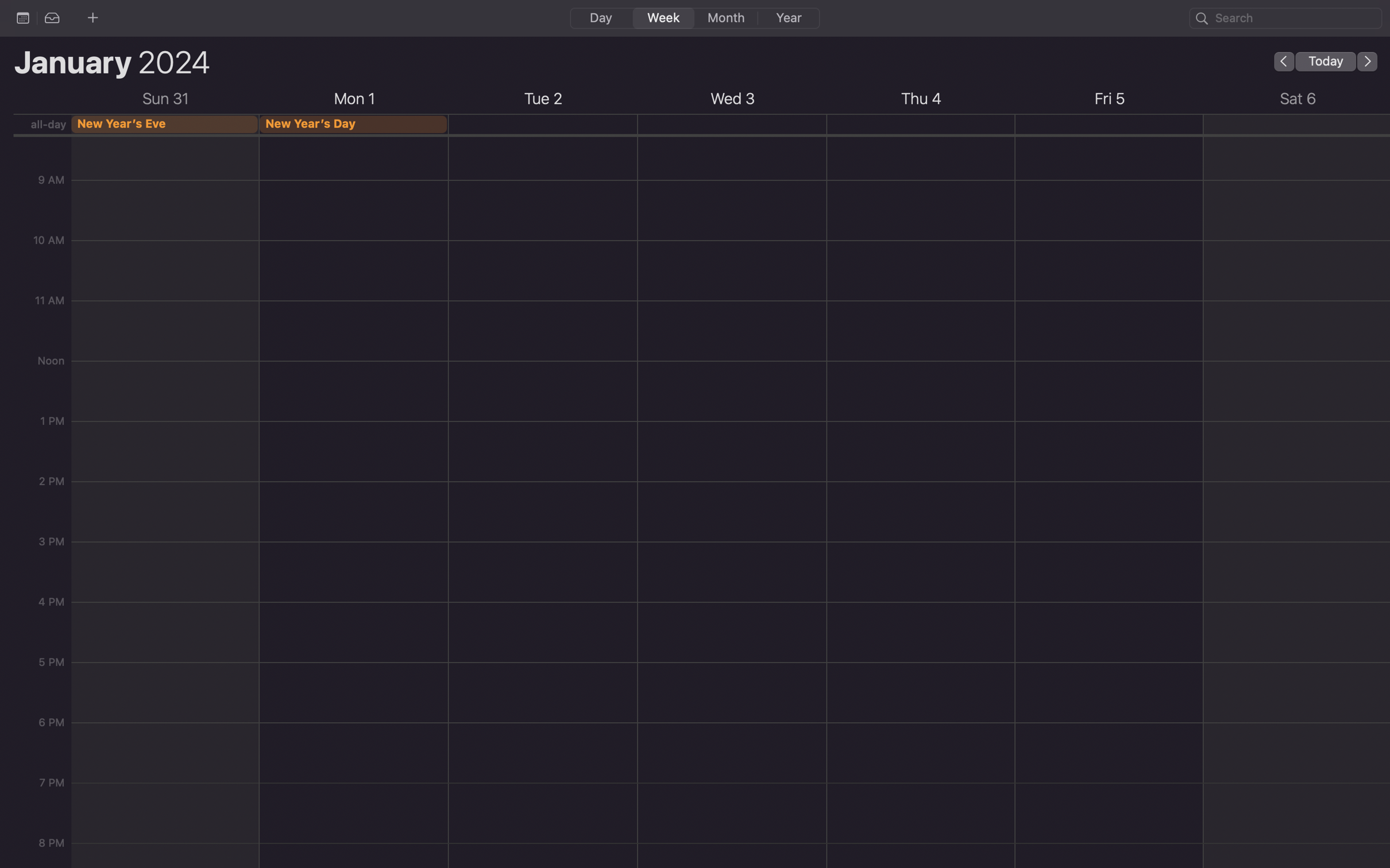  What do you see at coordinates (92, 17) in the screenshot?
I see `the plus icon to swiftly add an event` at bounding box center [92, 17].